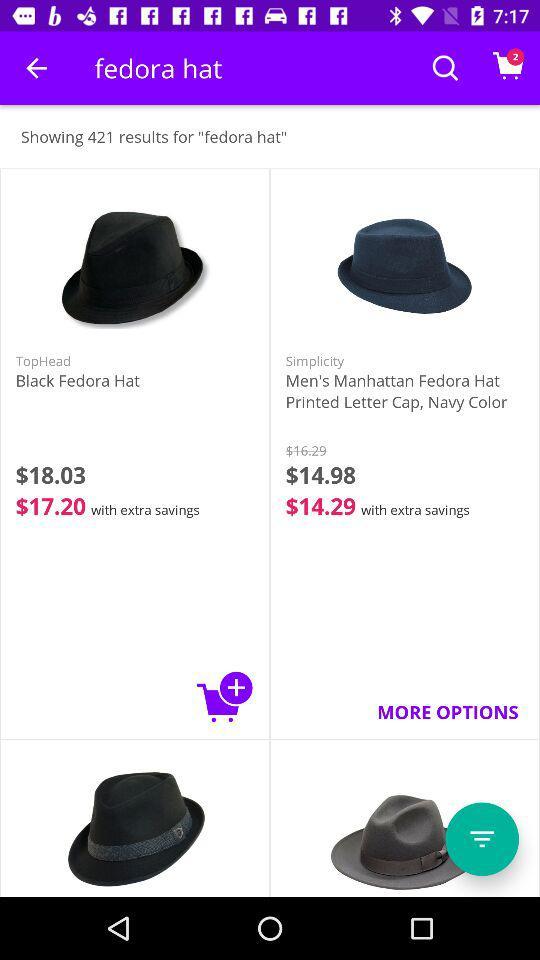 This screenshot has height=960, width=540. Describe the element at coordinates (224, 696) in the screenshot. I see `to cart` at that location.